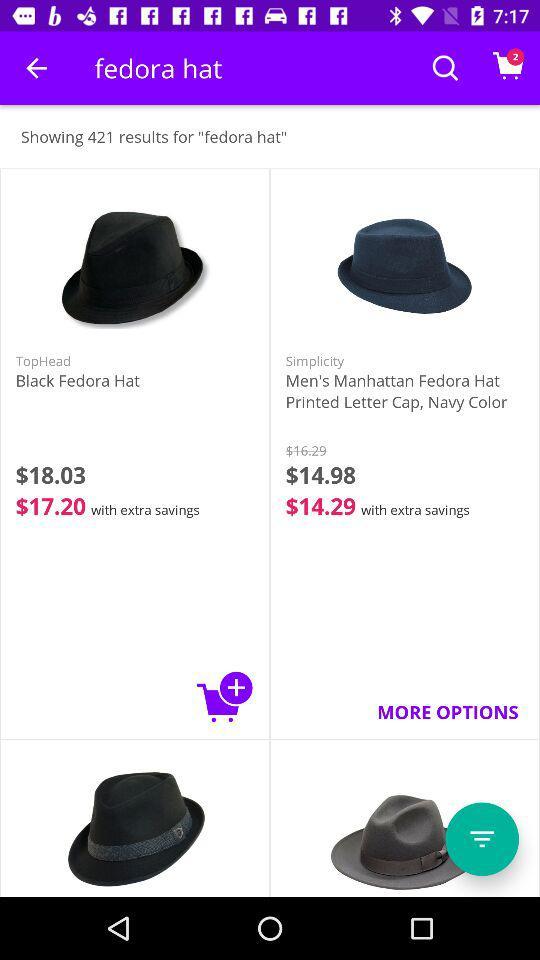 This screenshot has height=960, width=540. Describe the element at coordinates (224, 696) in the screenshot. I see `to cart` at that location.